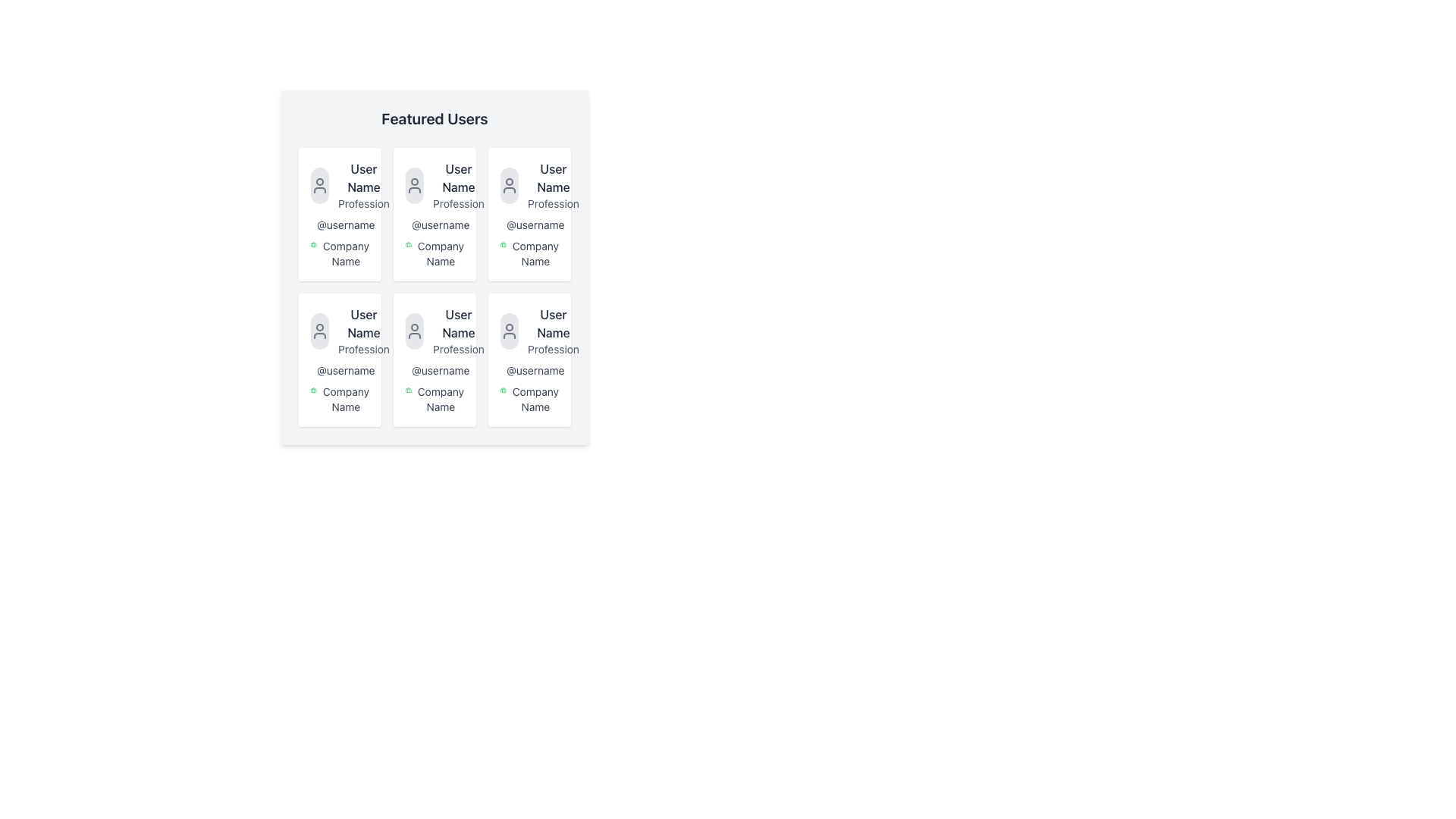  What do you see at coordinates (529, 359) in the screenshot?
I see `the username on the user profile card located in the bottom-right of the 'Featured Users' grid` at bounding box center [529, 359].